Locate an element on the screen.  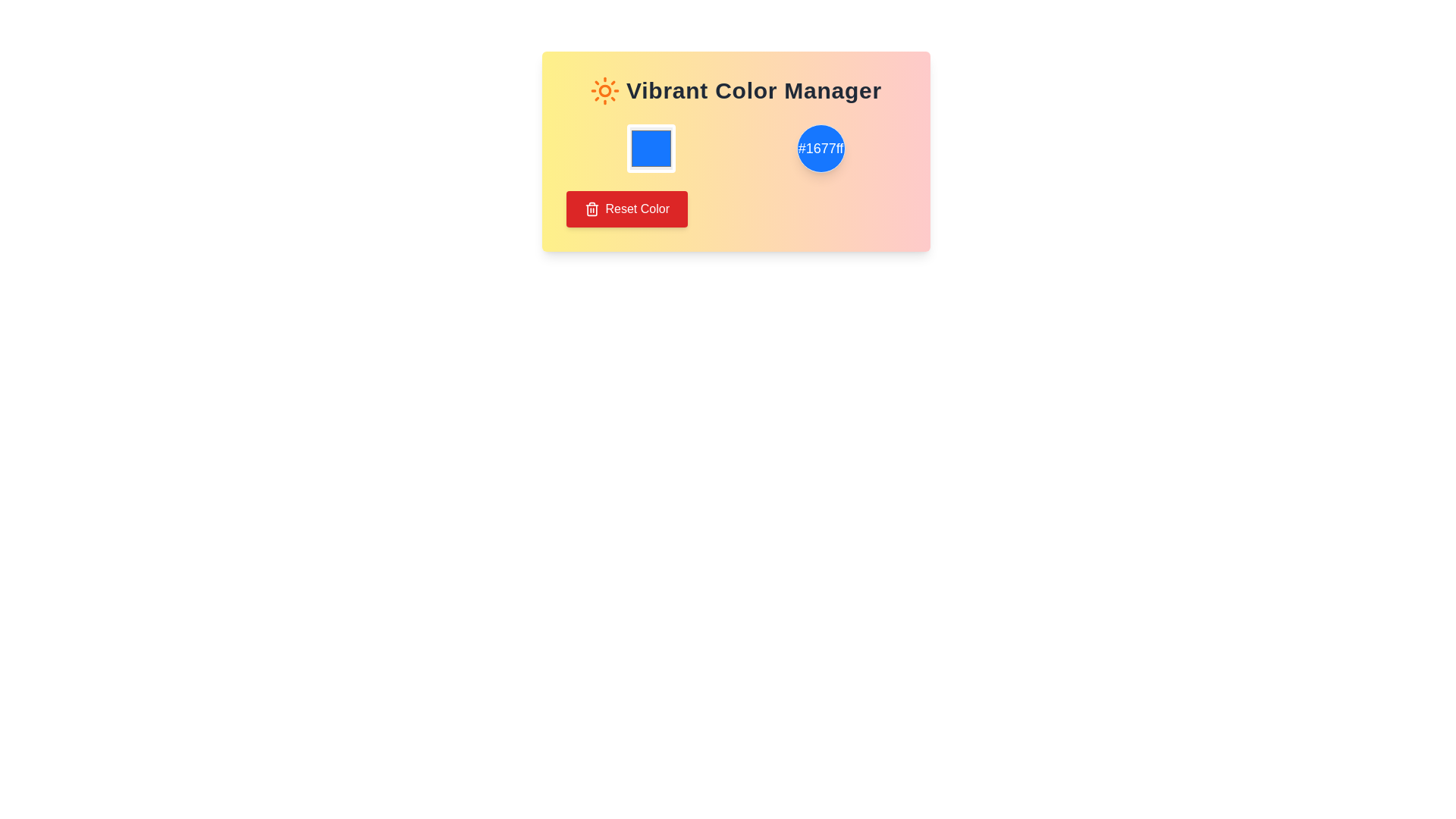
the bold text label reading 'Vibrant Color Manager', which is prominently displayed at the top-center of the UI is located at coordinates (754, 90).